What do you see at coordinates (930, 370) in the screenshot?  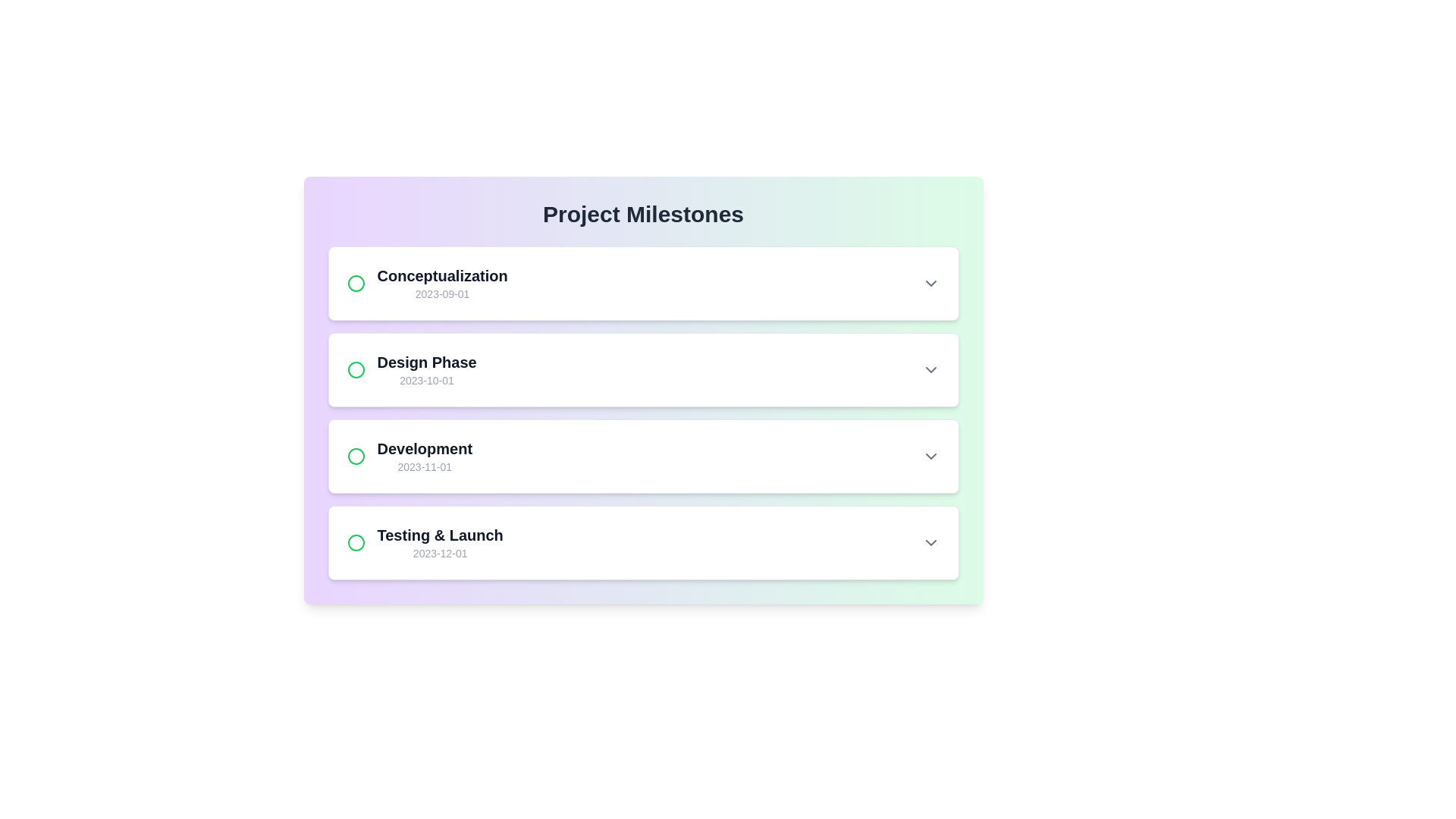 I see `the gray SVG icon shaped like a downward chevron located on the far-right side of the 'Design Phase' milestone box` at bounding box center [930, 370].